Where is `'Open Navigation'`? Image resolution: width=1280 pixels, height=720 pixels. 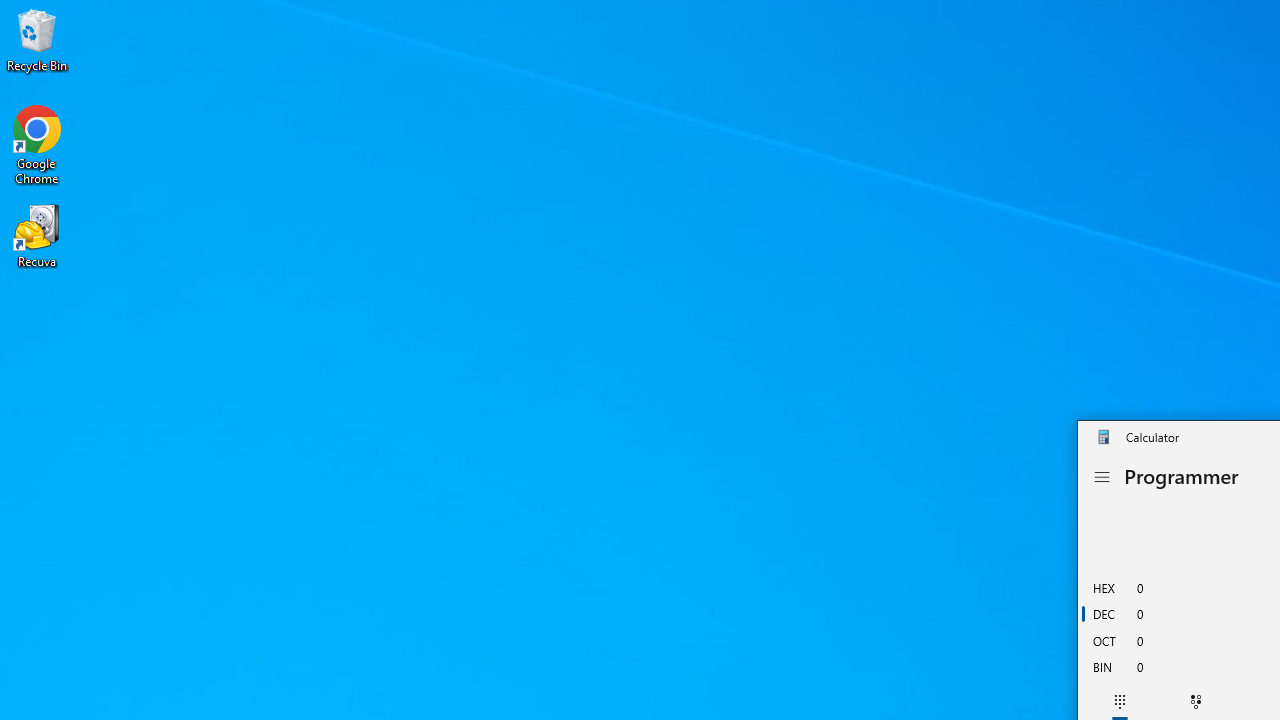 'Open Navigation' is located at coordinates (1101, 477).